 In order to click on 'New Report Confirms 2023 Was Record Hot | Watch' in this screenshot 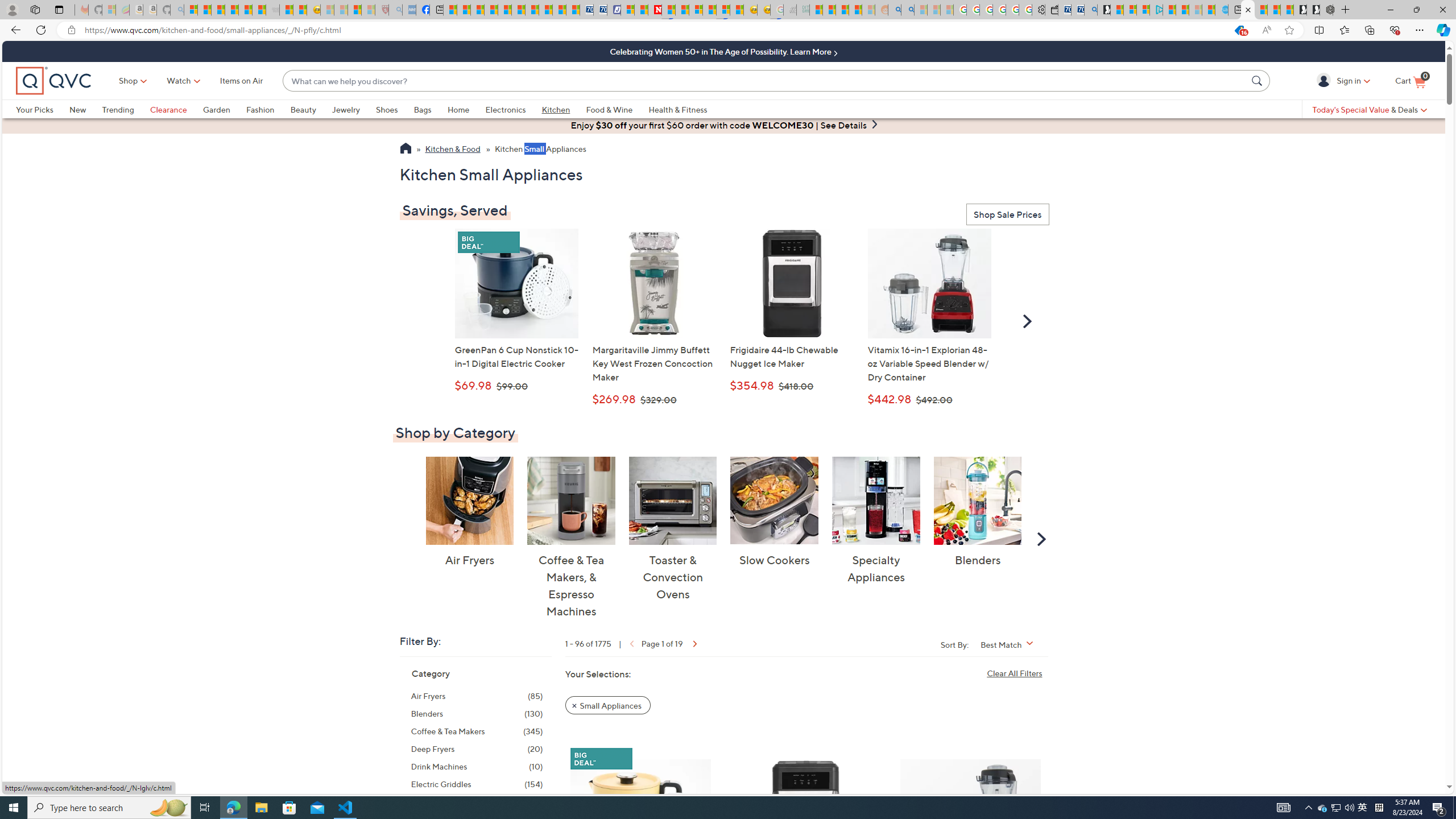, I will do `click(246, 9)`.